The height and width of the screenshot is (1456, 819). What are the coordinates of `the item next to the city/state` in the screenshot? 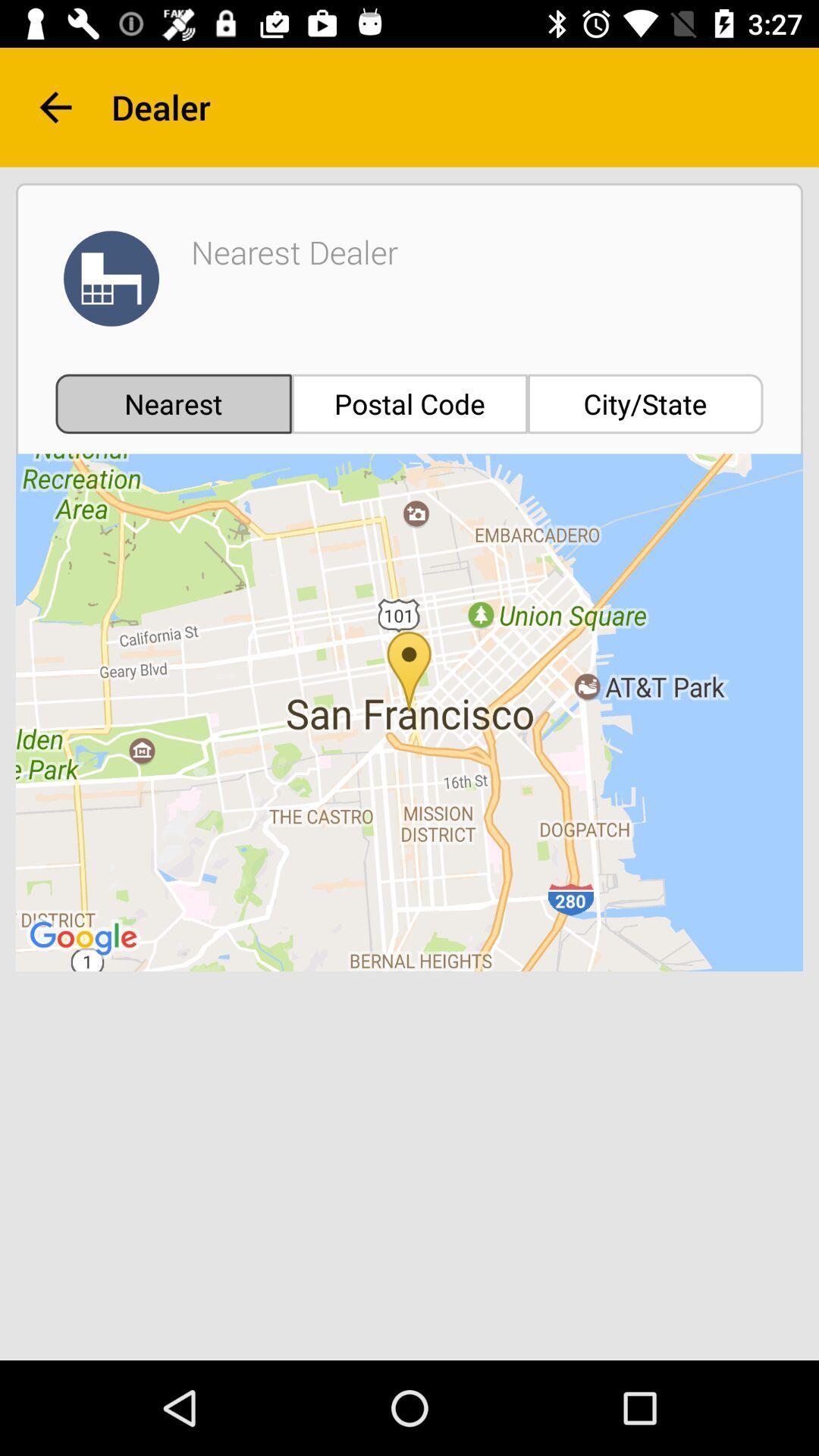 It's located at (409, 403).